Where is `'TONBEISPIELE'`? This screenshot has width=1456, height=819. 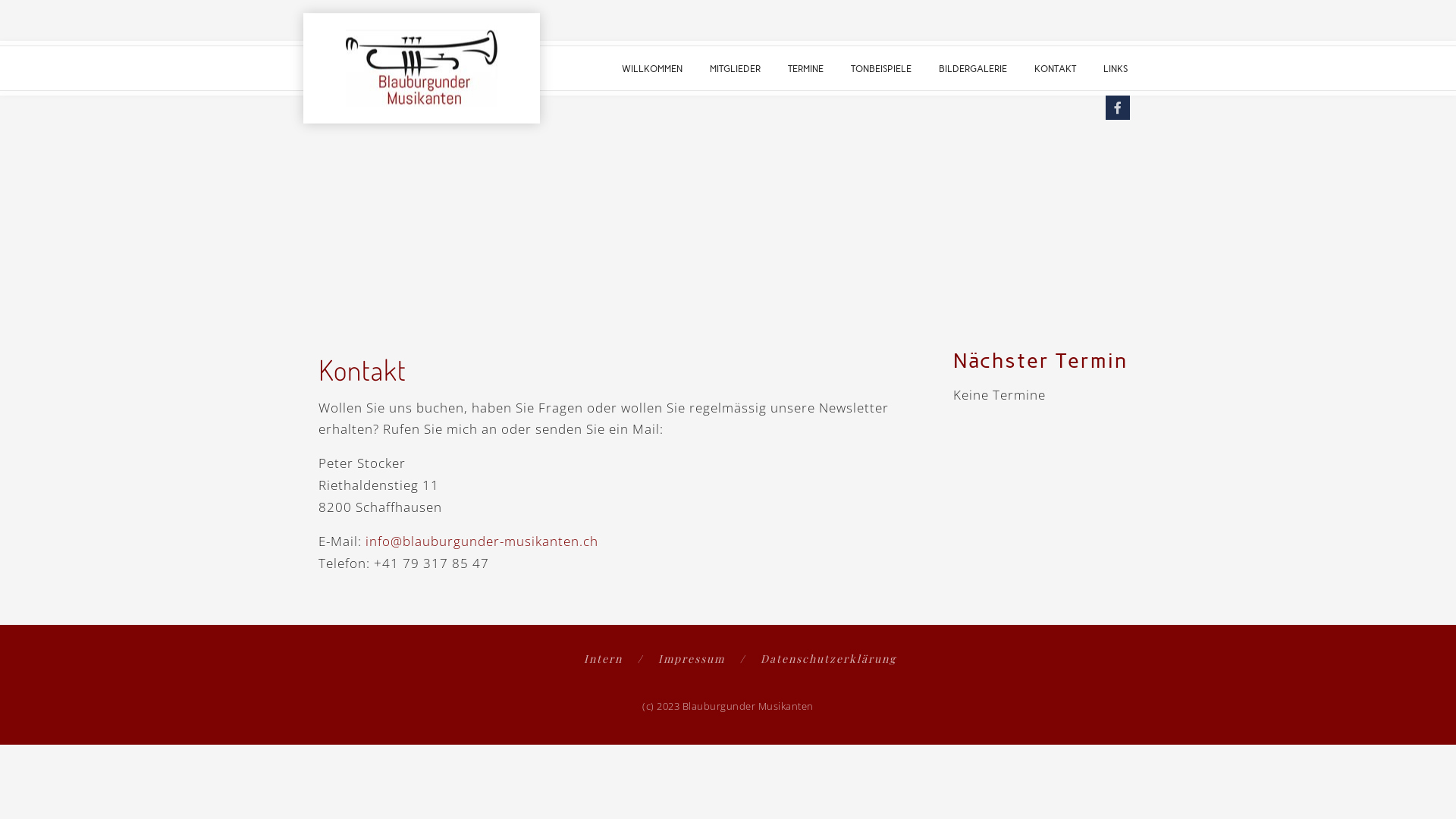
'TONBEISPIELE' is located at coordinates (880, 67).